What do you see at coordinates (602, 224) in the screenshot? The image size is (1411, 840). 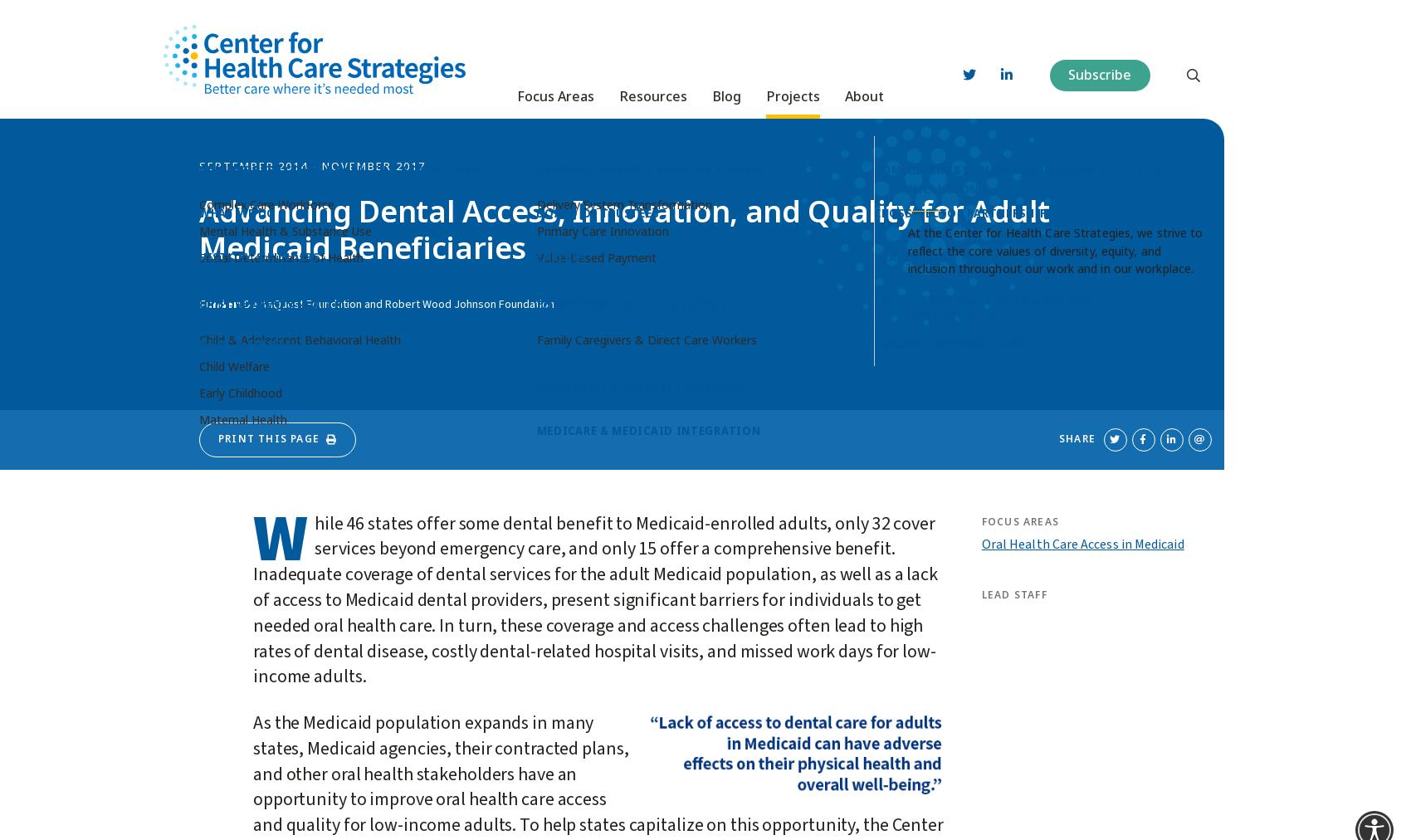 I see `'Primary Care Innovation'` at bounding box center [602, 224].